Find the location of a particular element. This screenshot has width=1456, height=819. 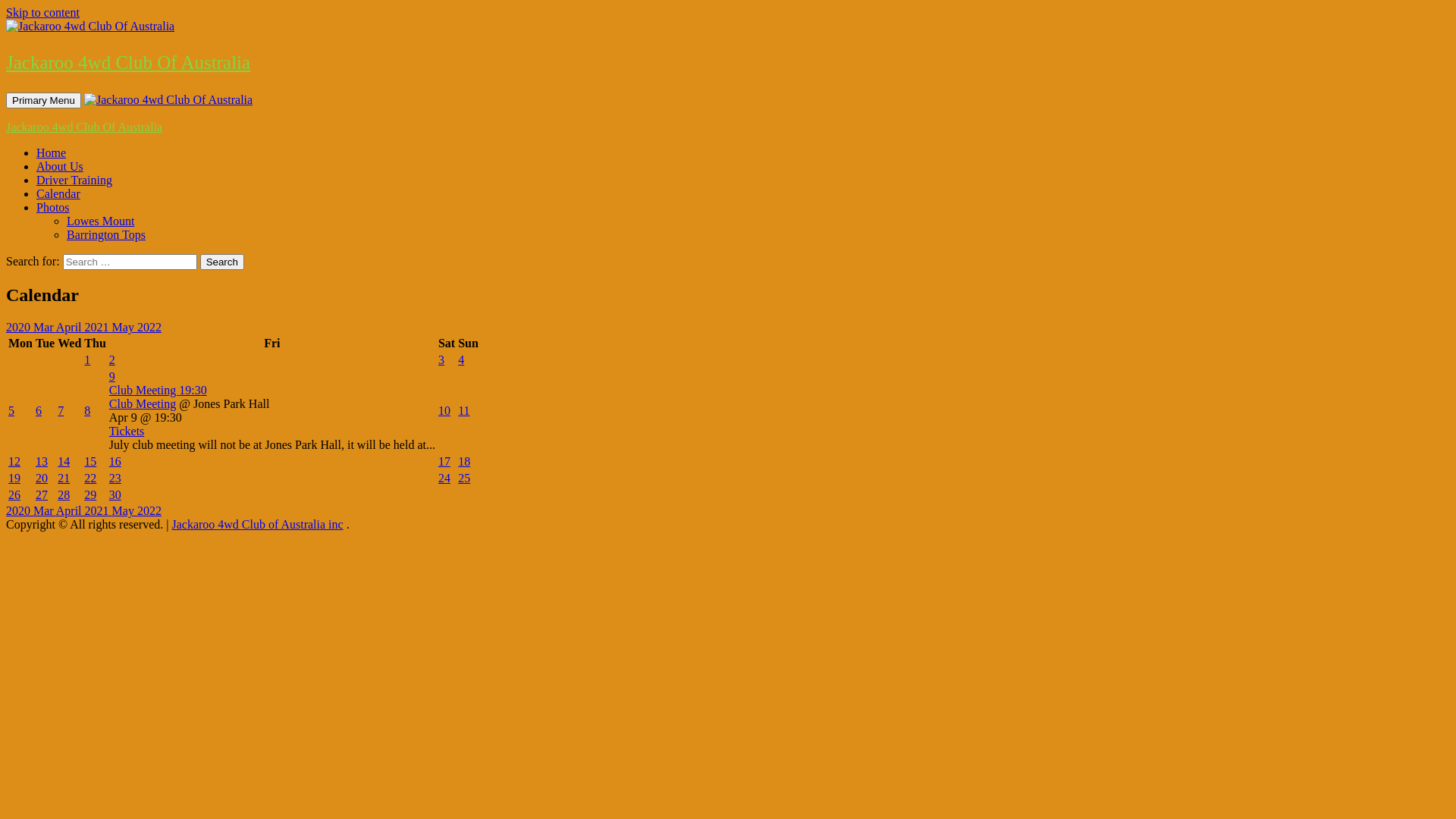

'2' is located at coordinates (111, 359).